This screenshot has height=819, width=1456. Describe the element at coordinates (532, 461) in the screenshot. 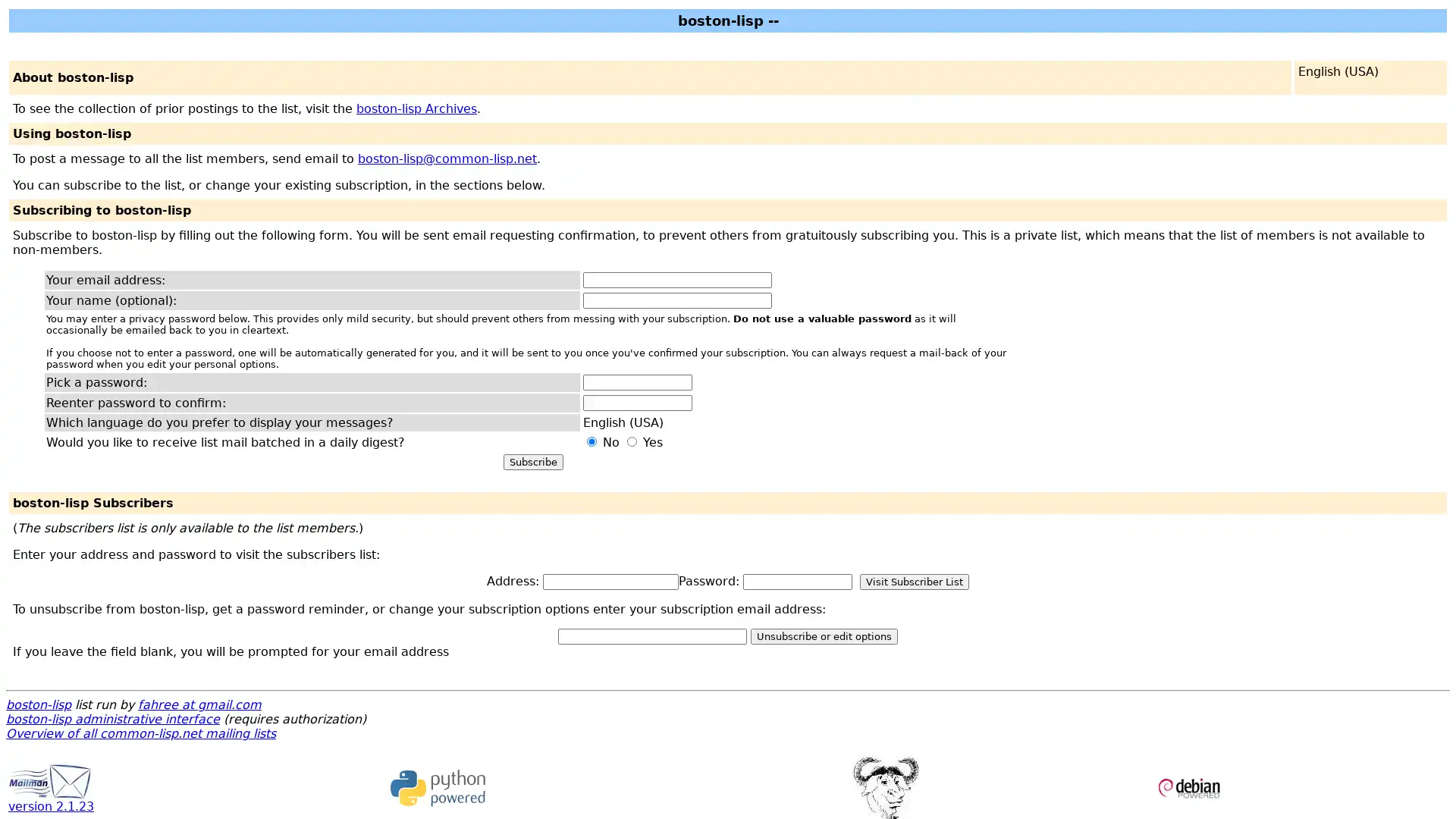

I see `Subscribe` at that location.